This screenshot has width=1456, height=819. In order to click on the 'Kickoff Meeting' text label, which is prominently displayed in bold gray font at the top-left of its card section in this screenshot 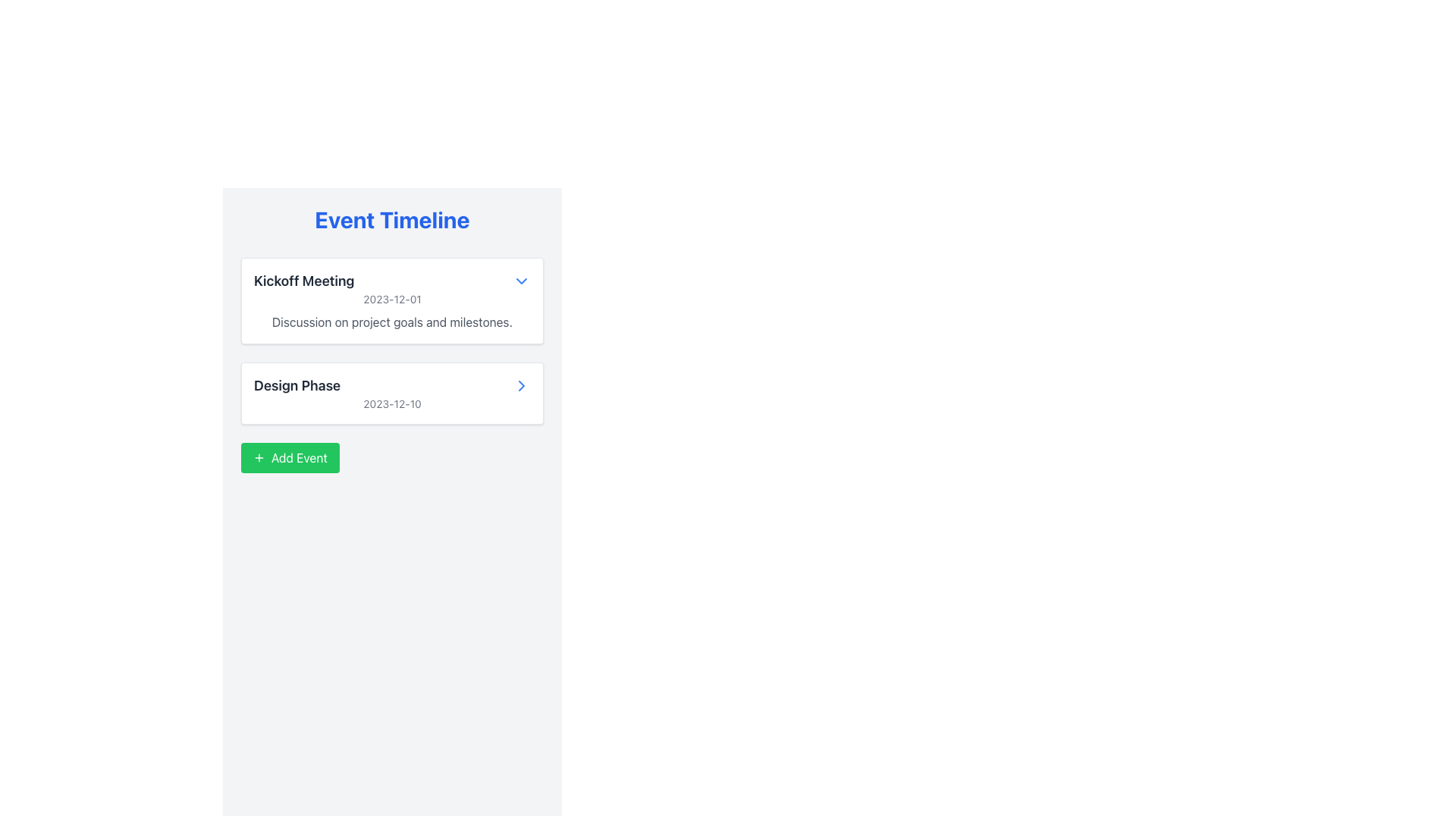, I will do `click(303, 281)`.